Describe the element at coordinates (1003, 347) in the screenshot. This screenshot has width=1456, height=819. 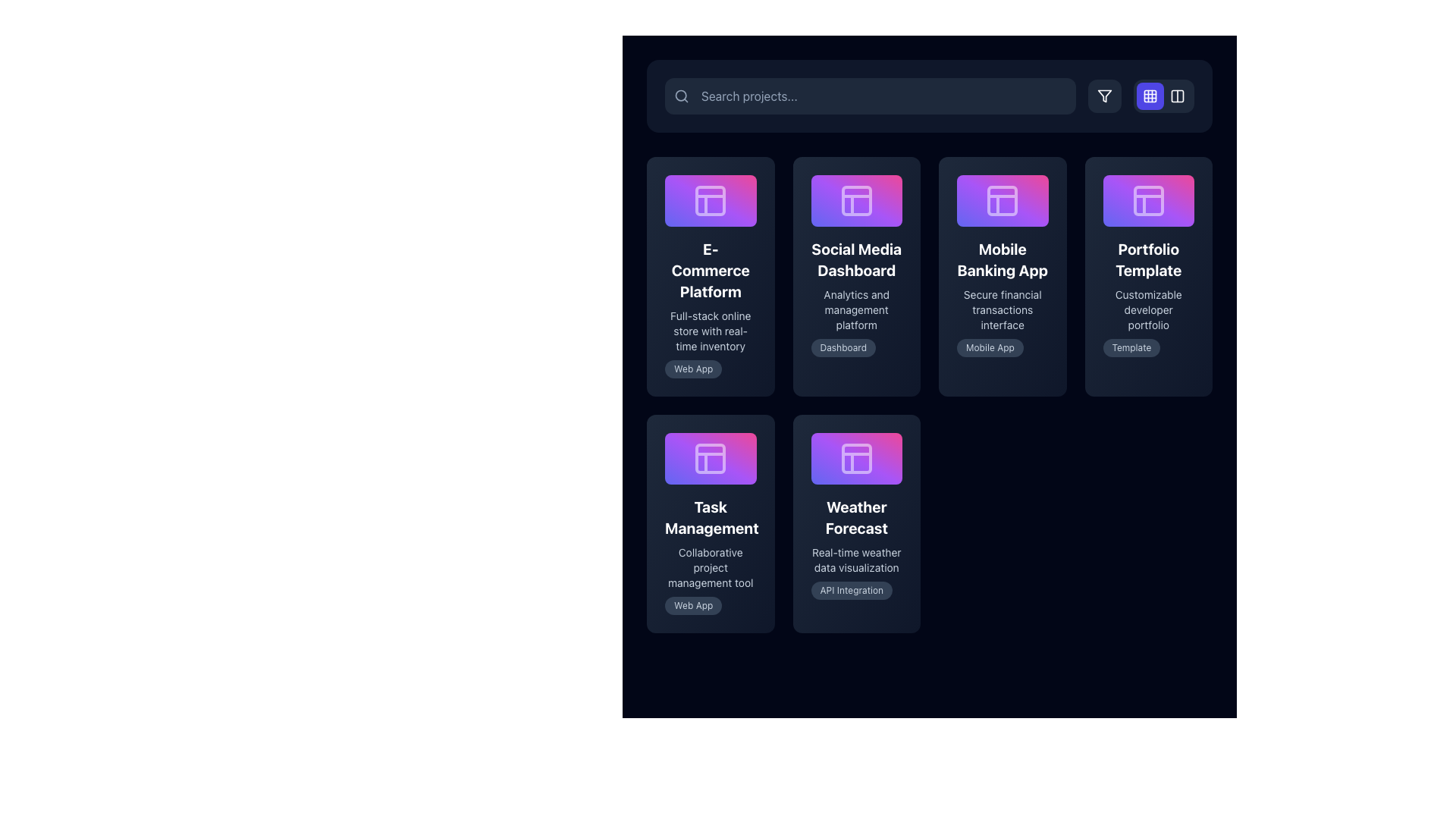
I see `the label with the text 'Mobile App', which is a small, rounded rectangle with a dark slate-colored background located below the 'Secure financial transactions interface' text in the 'Mobile Banking App' card` at that location.